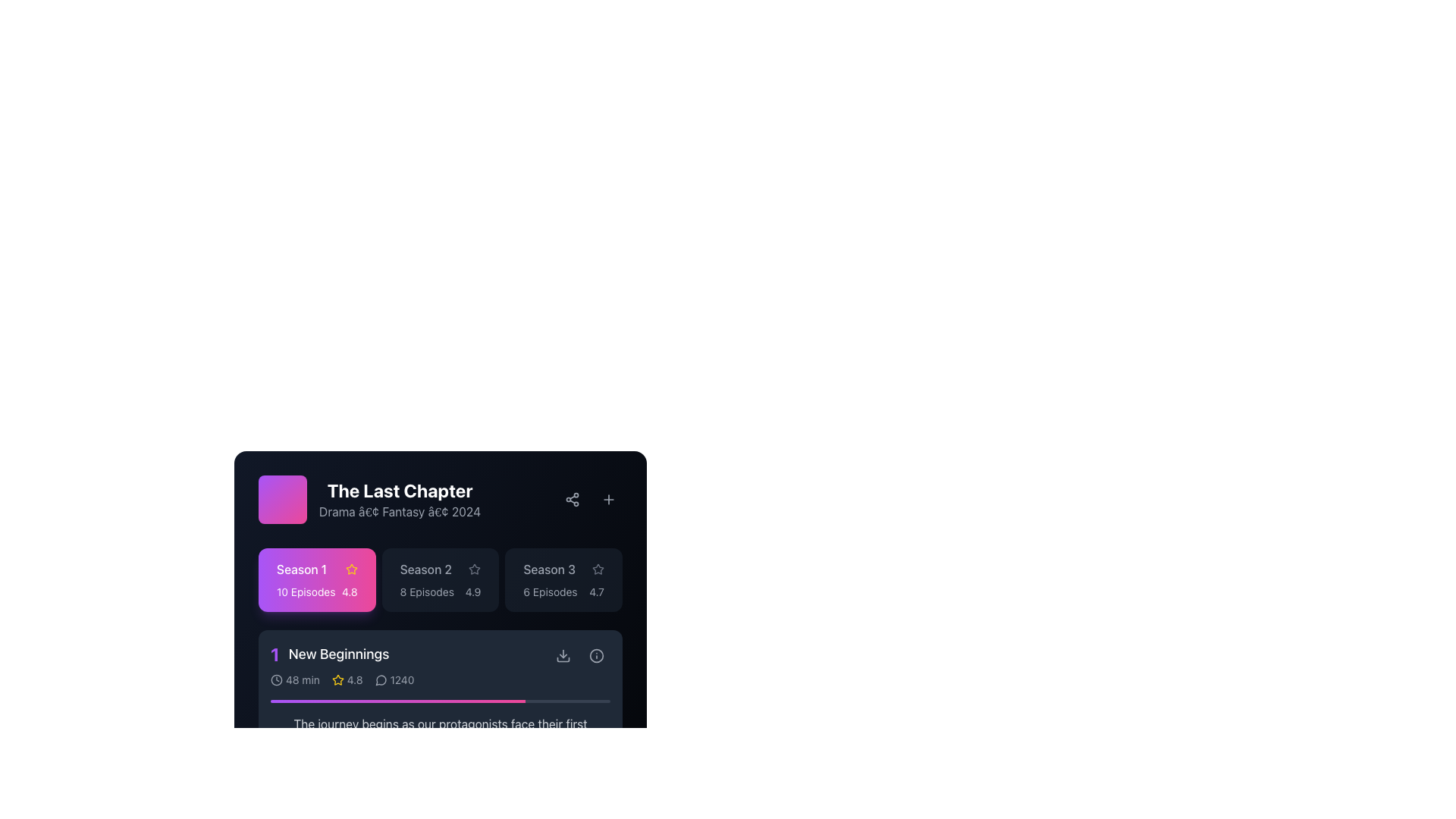  I want to click on the 'Season 2' button, which is a rectangular button with a gradient background and contains the text 'Season 2' and '8 Episodes 4.9', so click(439, 579).